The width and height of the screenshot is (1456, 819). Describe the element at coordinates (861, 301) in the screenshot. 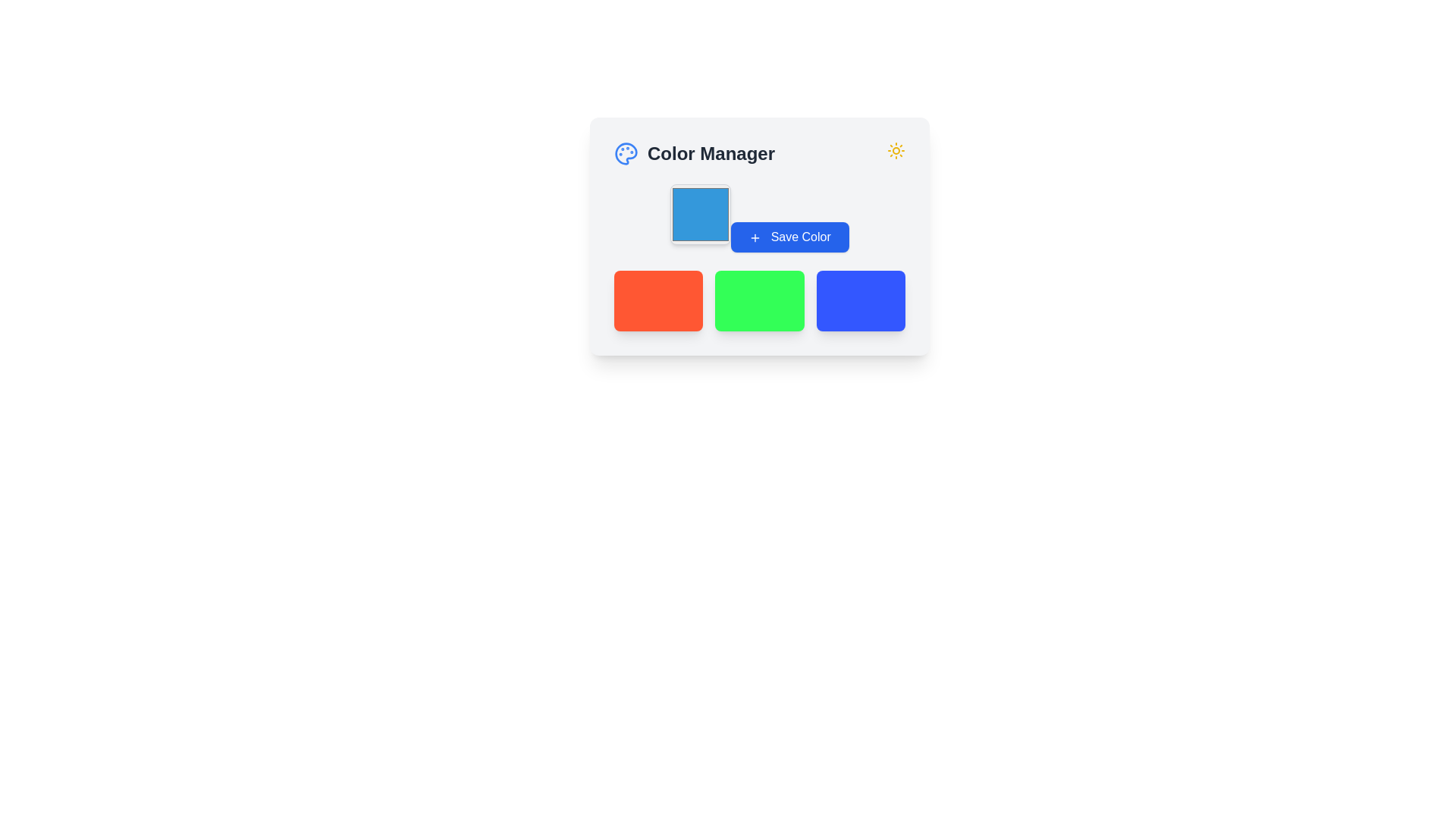

I see `the third rectangular box in the grid layout that represents a blue color, which serves as a visual representation or placeholder` at that location.